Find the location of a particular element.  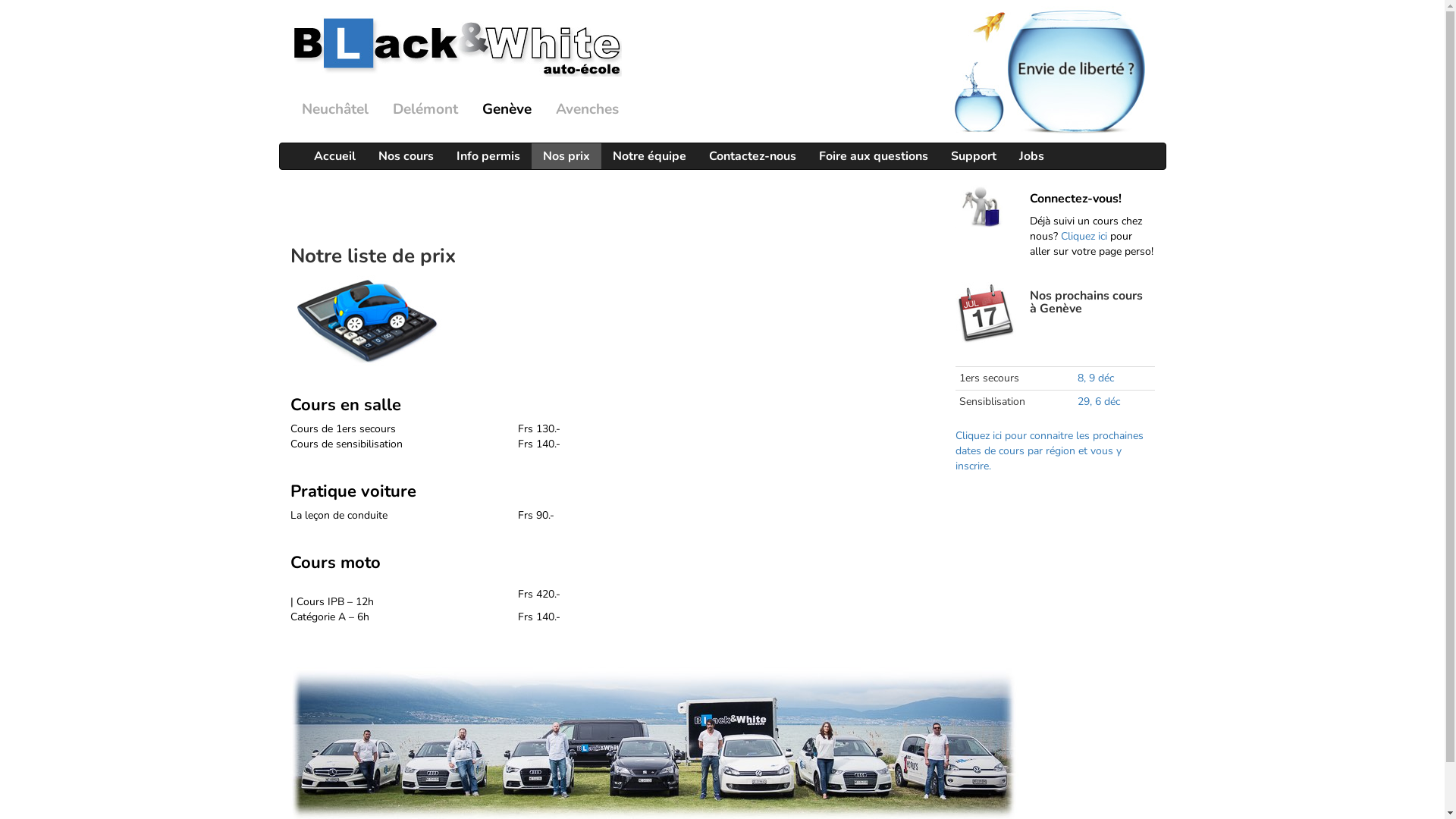

'Accueil' is located at coordinates (333, 155).